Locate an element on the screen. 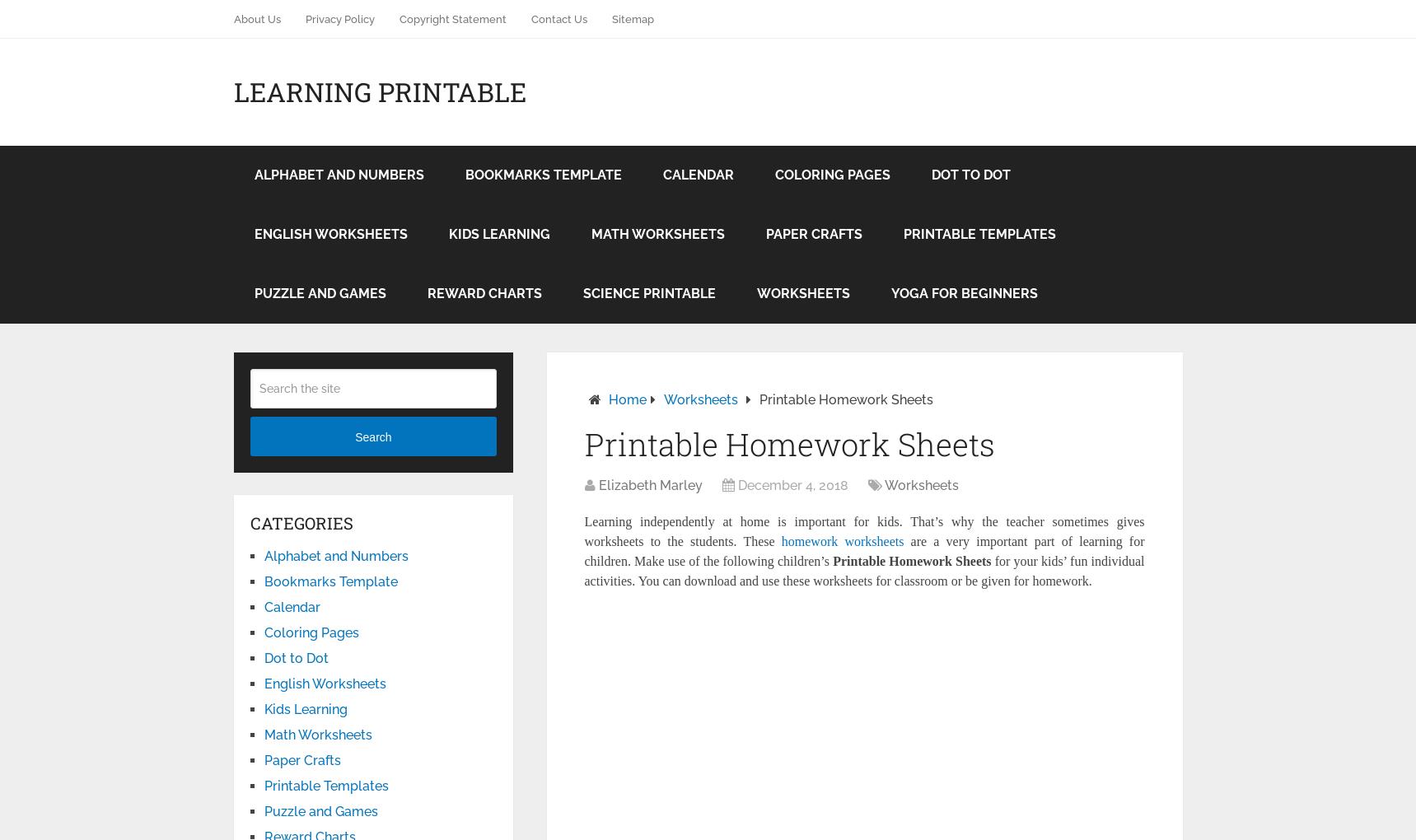  'for your kids’ fun individual activities. You can download and use these worksheets for classroom or be given for homework.' is located at coordinates (863, 570).